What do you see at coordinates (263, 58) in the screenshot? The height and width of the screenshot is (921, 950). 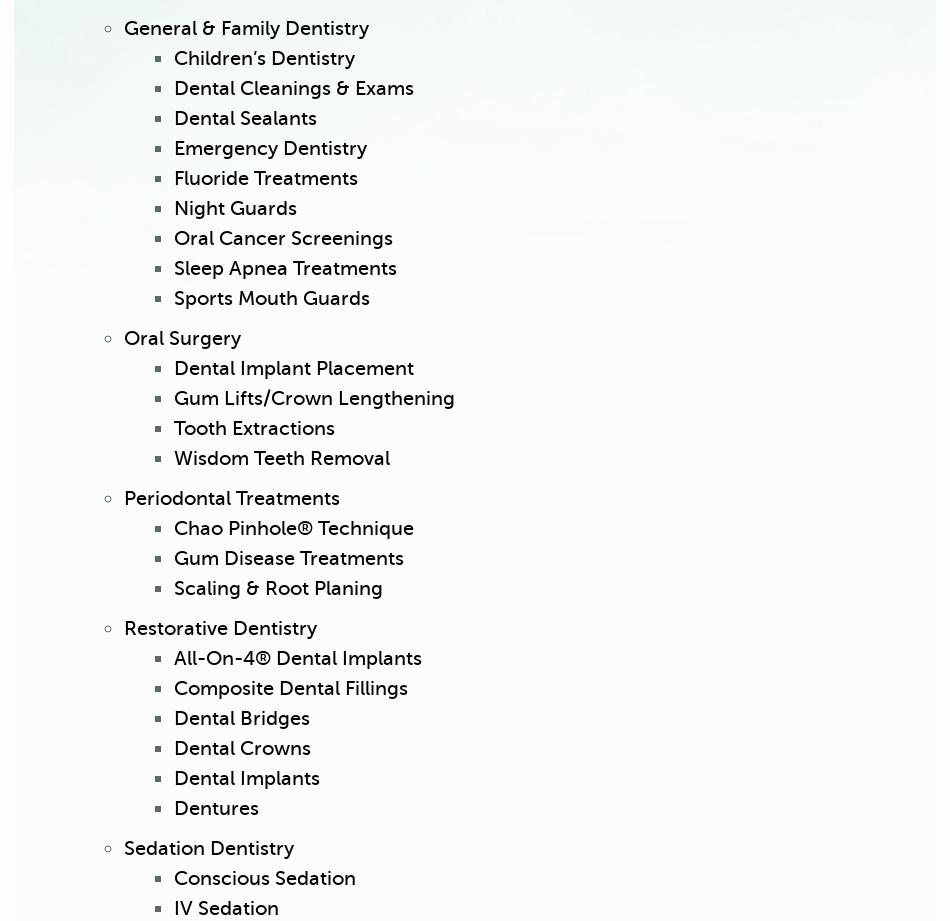 I see `'Children’s Dentistry'` at bounding box center [263, 58].